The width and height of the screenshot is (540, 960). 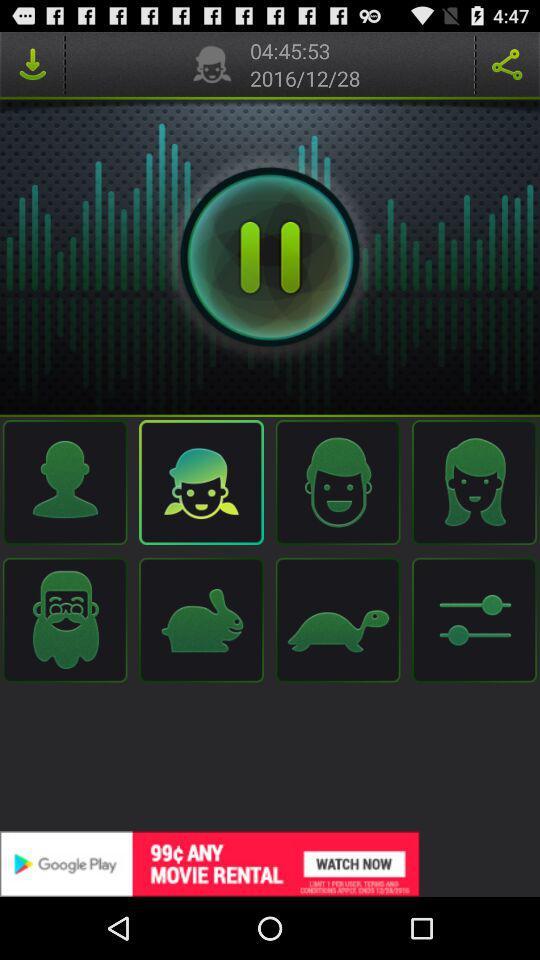 I want to click on share, so click(x=507, y=64).